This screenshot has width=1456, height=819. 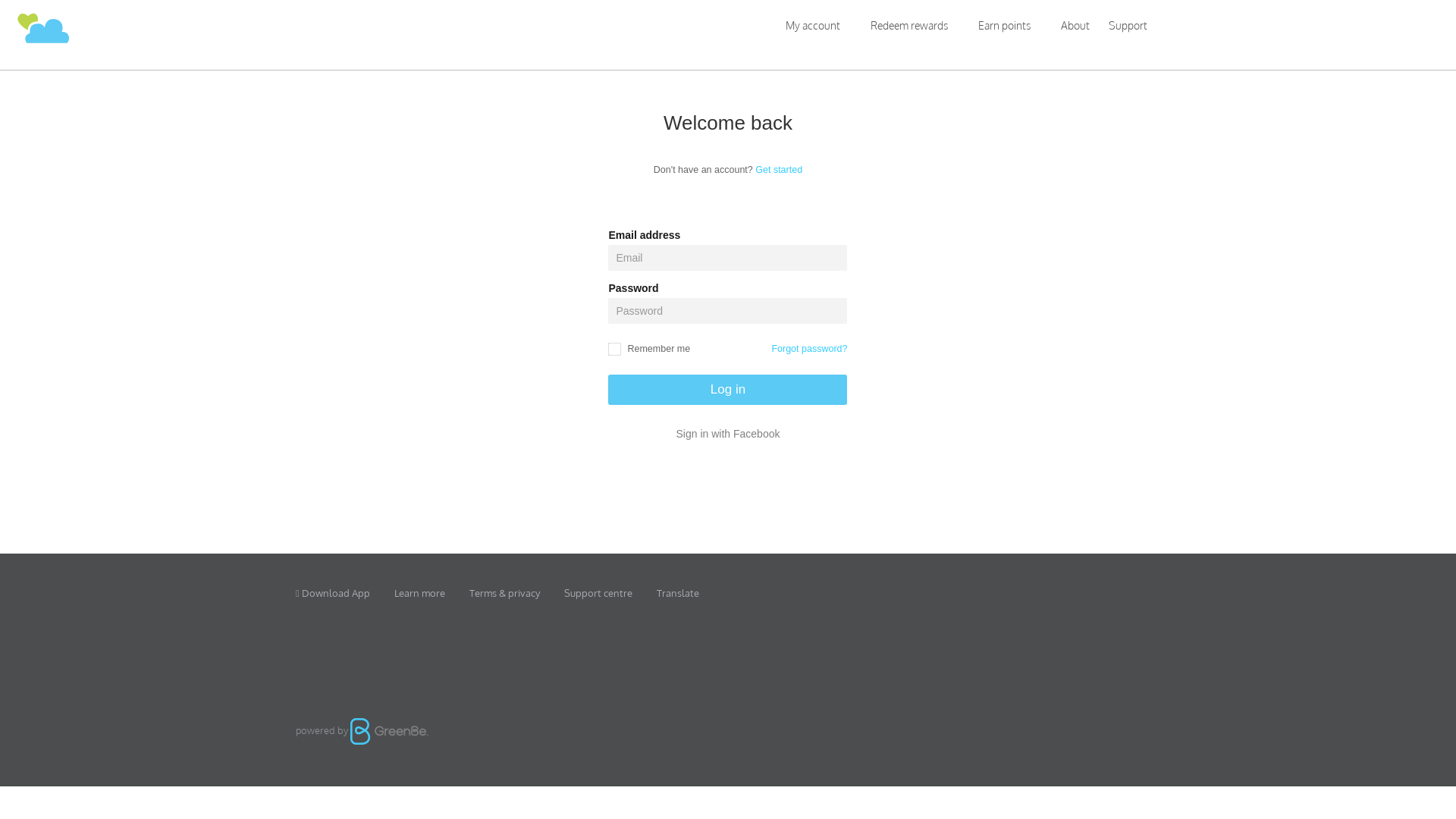 I want to click on 'About', so click(x=1074, y=25).